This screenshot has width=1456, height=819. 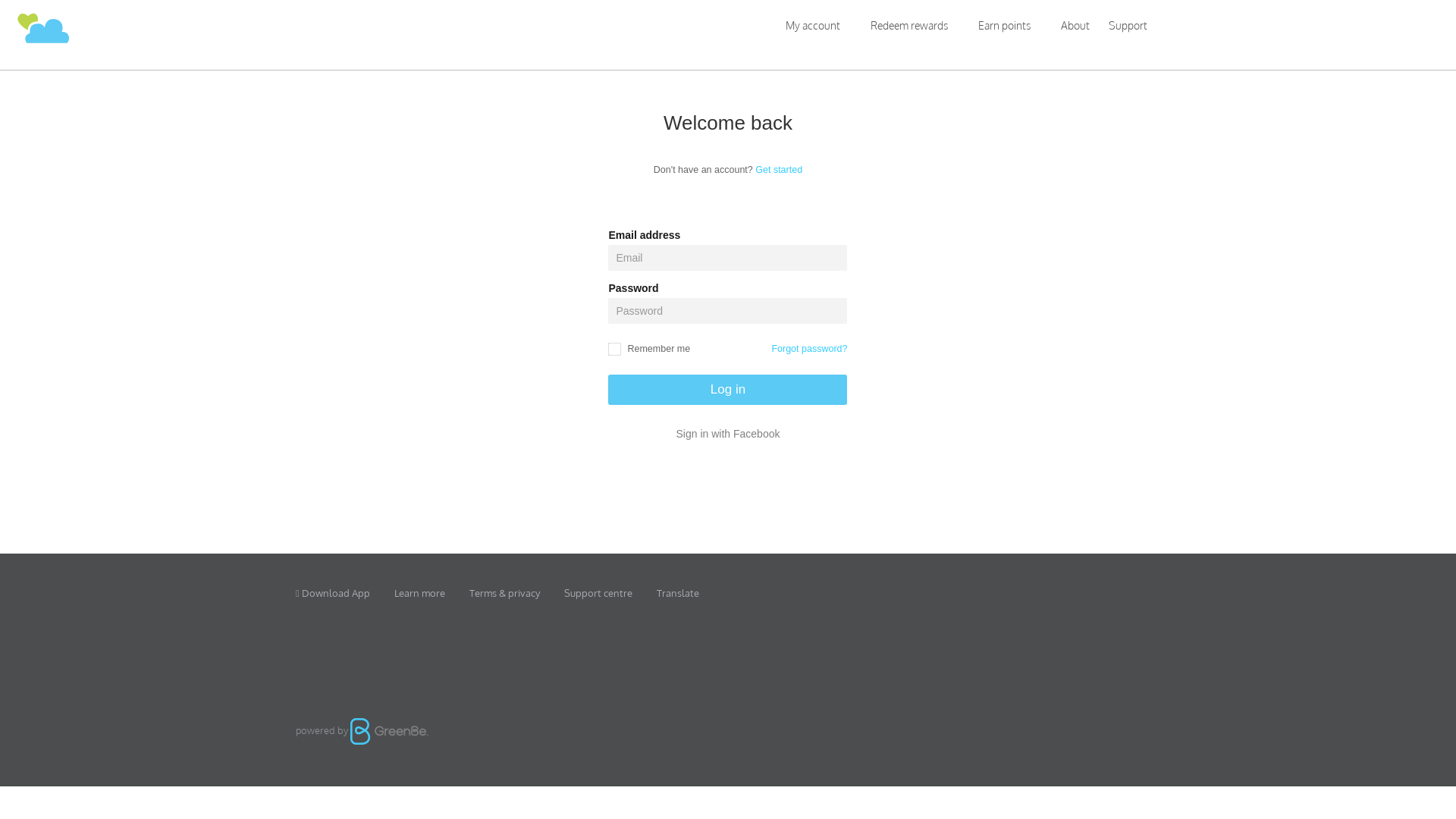 I want to click on 'About', so click(x=1074, y=25).